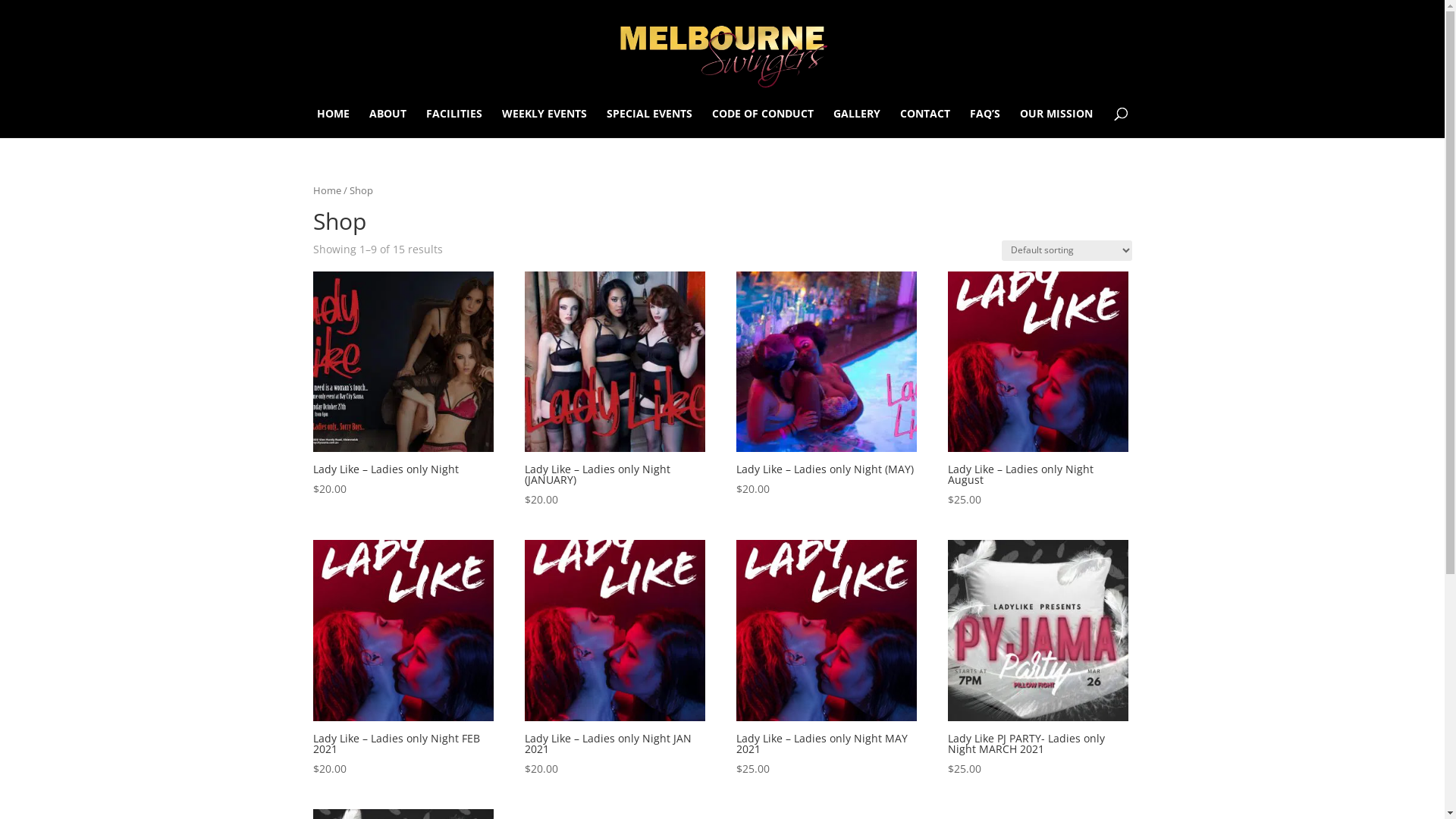 The image size is (1456, 819). I want to click on 'Home', so click(325, 189).